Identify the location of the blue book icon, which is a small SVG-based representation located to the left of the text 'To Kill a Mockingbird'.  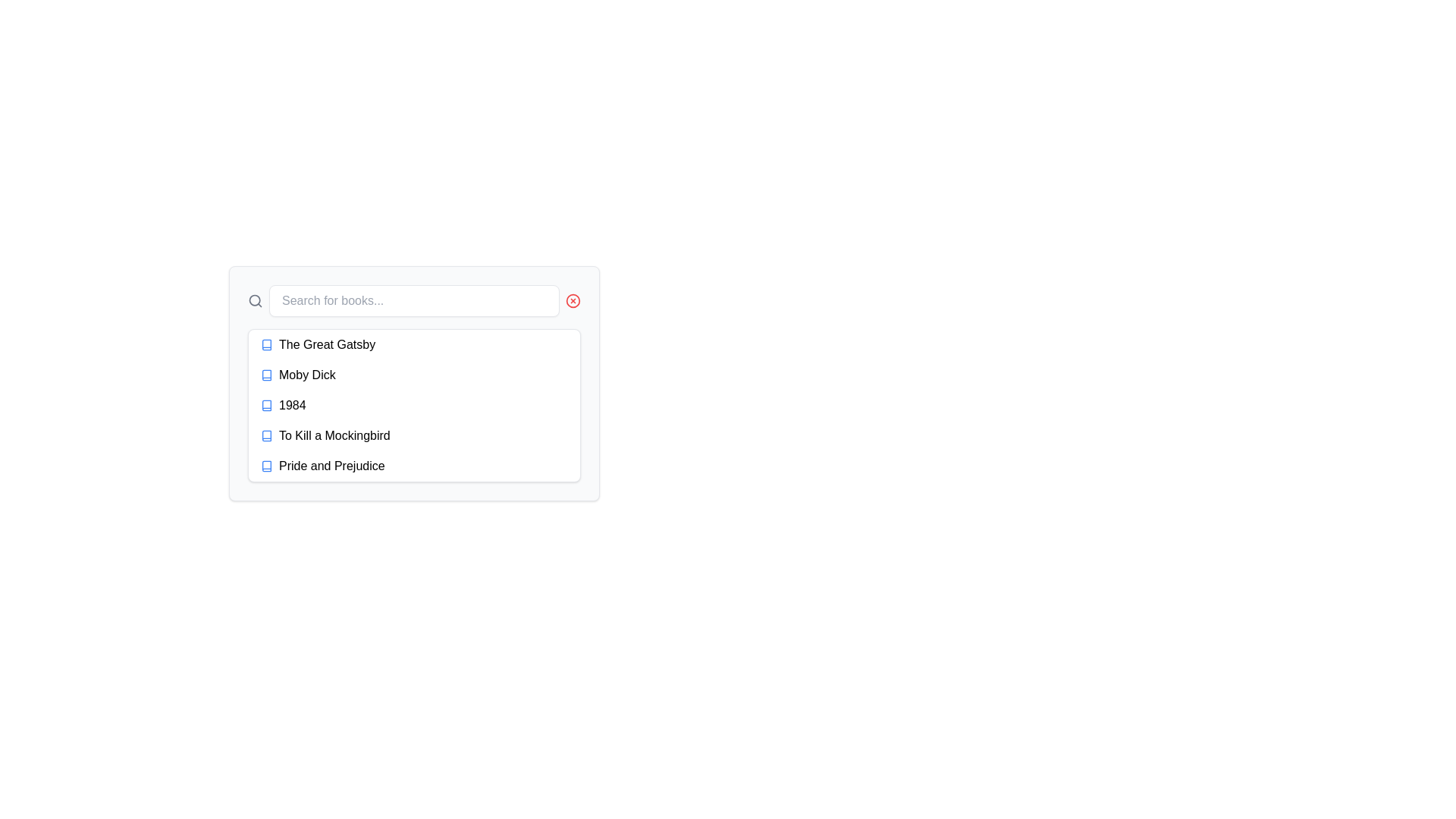
(266, 435).